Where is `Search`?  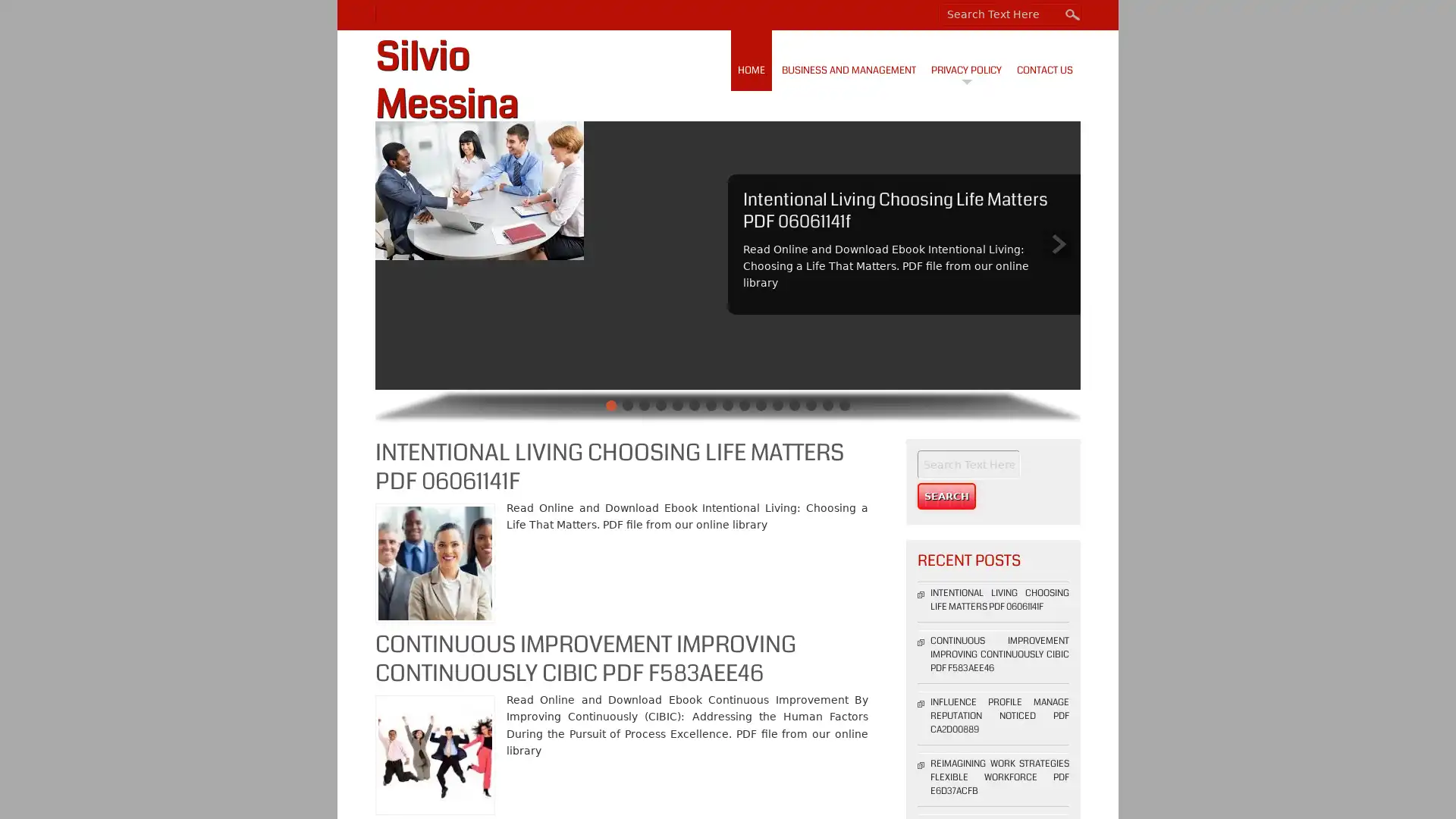
Search is located at coordinates (946, 496).